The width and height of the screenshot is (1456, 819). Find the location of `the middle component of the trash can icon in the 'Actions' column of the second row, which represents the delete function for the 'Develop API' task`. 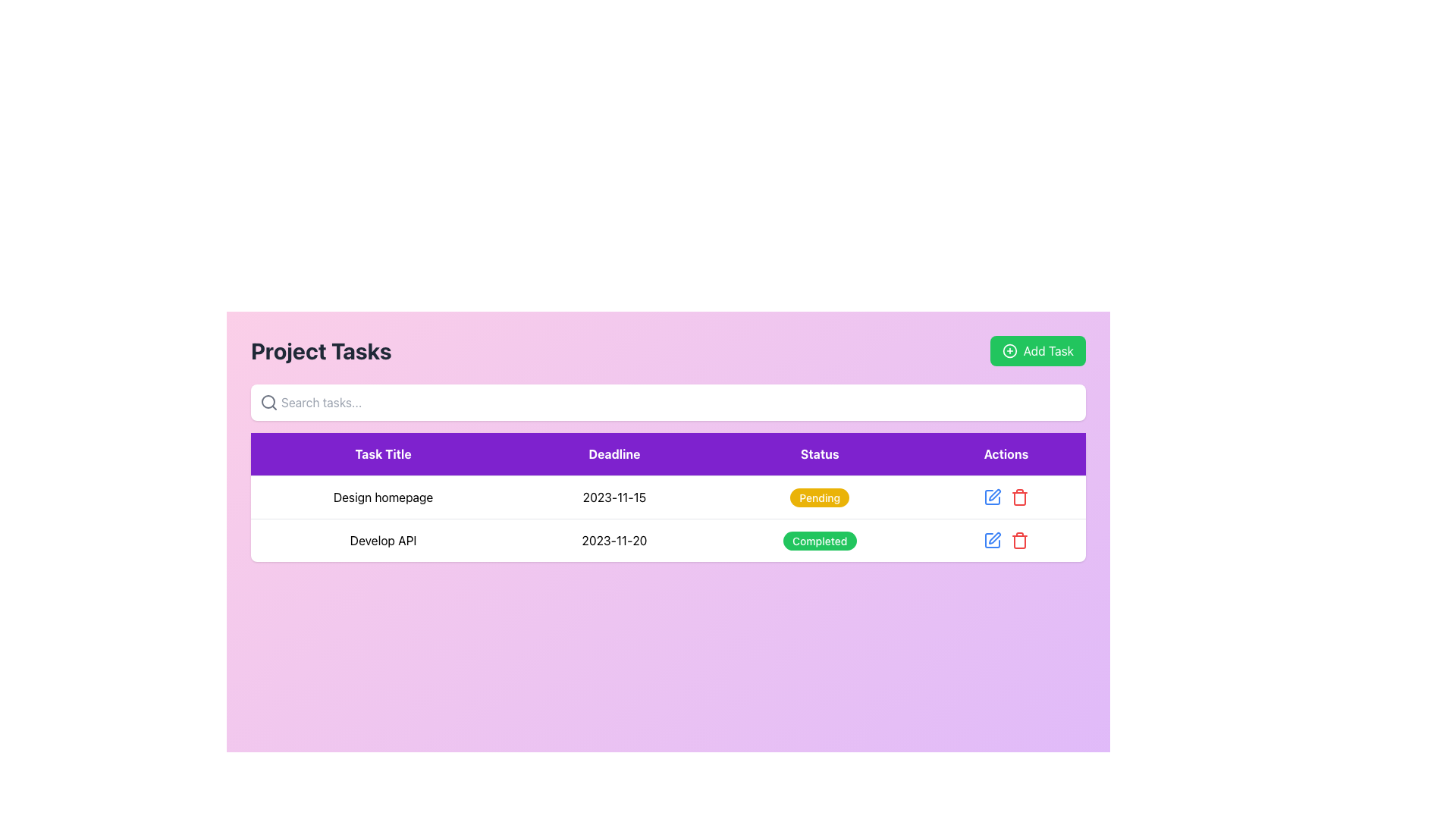

the middle component of the trash can icon in the 'Actions' column of the second row, which represents the delete function for the 'Develop API' task is located at coordinates (1019, 541).